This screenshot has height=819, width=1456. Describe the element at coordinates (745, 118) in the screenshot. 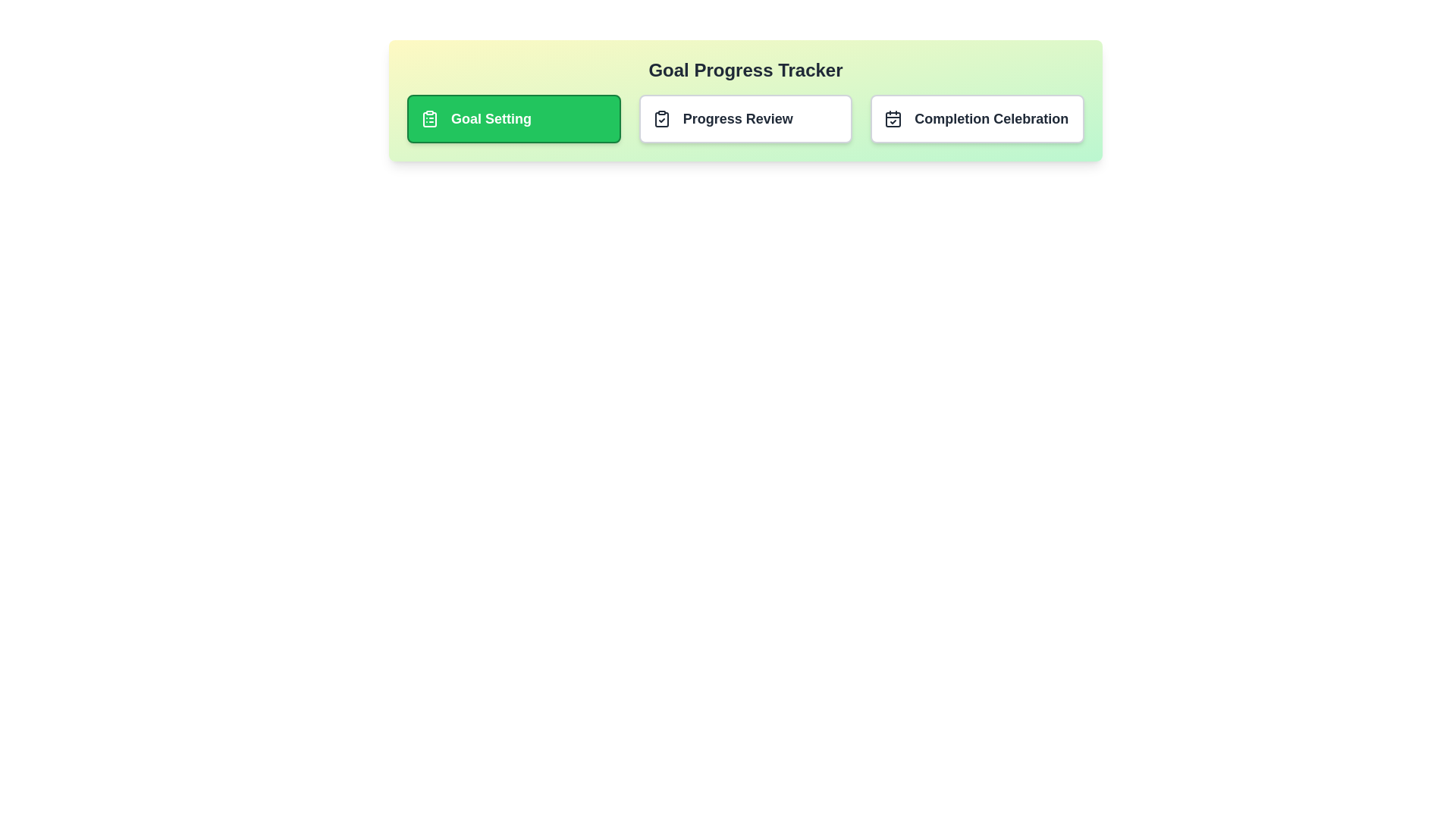

I see `the milestone card for Progress Review to observe the hover effect` at that location.